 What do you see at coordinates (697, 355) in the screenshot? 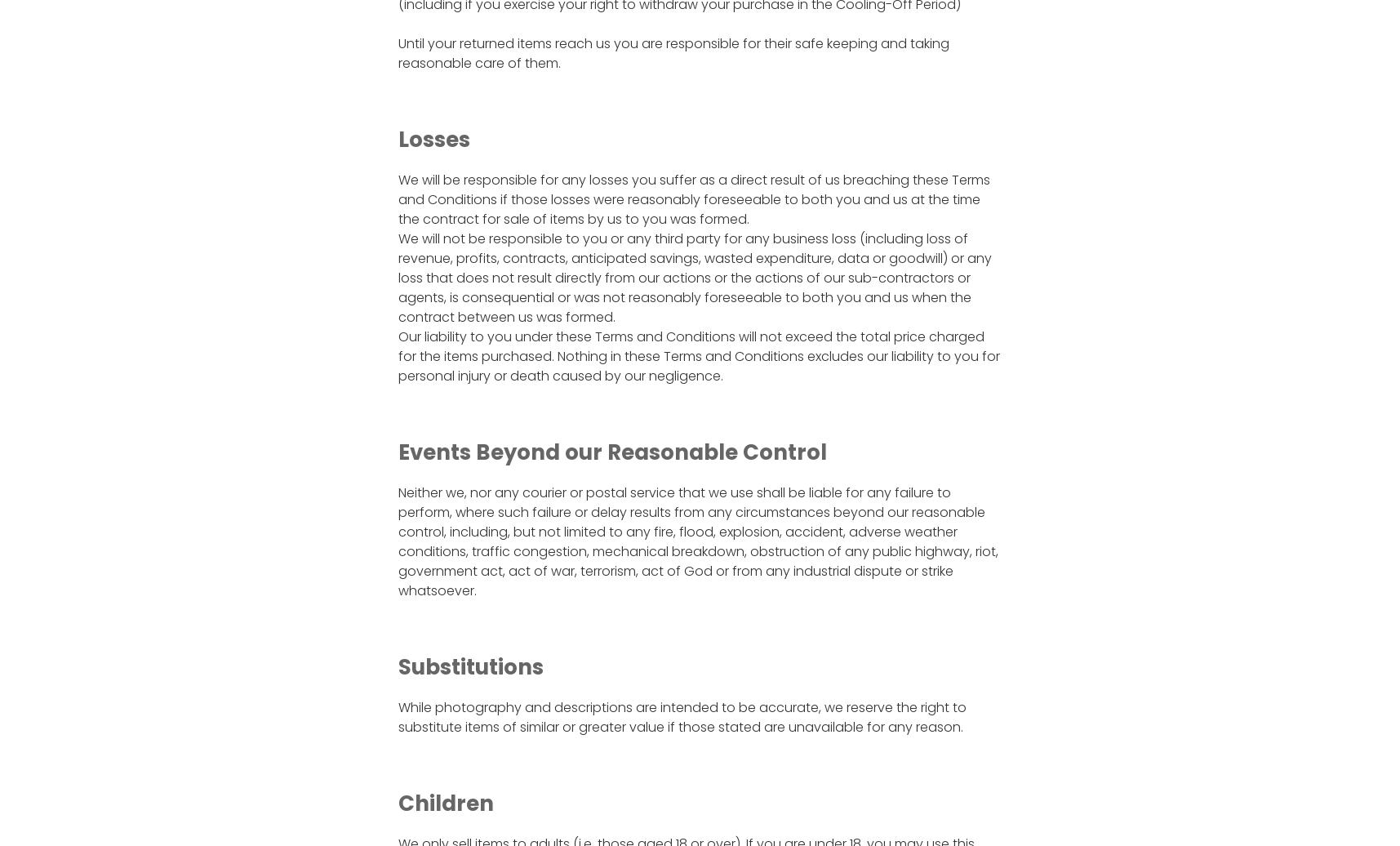
I see `'Our liability to you under these Terms and Conditions will not exceed the total price charged for the items purchased. Nothing in these Terms and Conditions excludes our liability to you for personal injury or death caused by our negligence.'` at bounding box center [697, 355].